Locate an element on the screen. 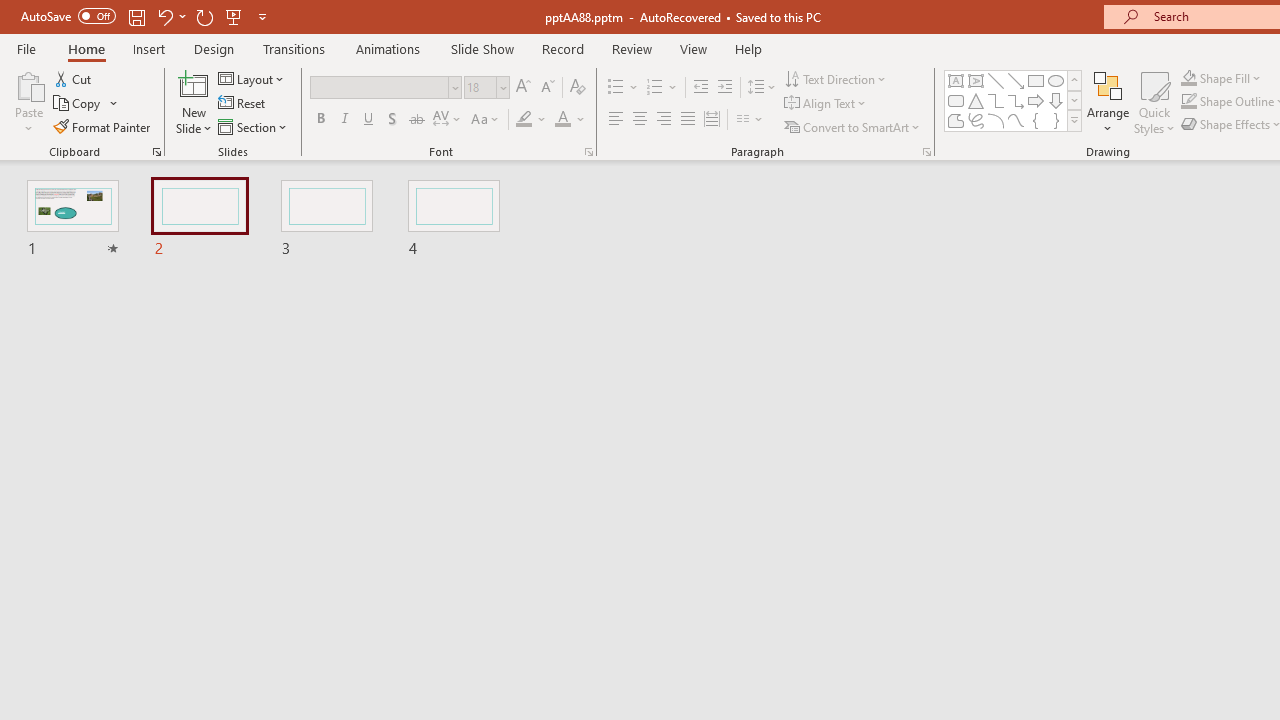 The image size is (1280, 720). 'Oval' is located at coordinates (1055, 80).